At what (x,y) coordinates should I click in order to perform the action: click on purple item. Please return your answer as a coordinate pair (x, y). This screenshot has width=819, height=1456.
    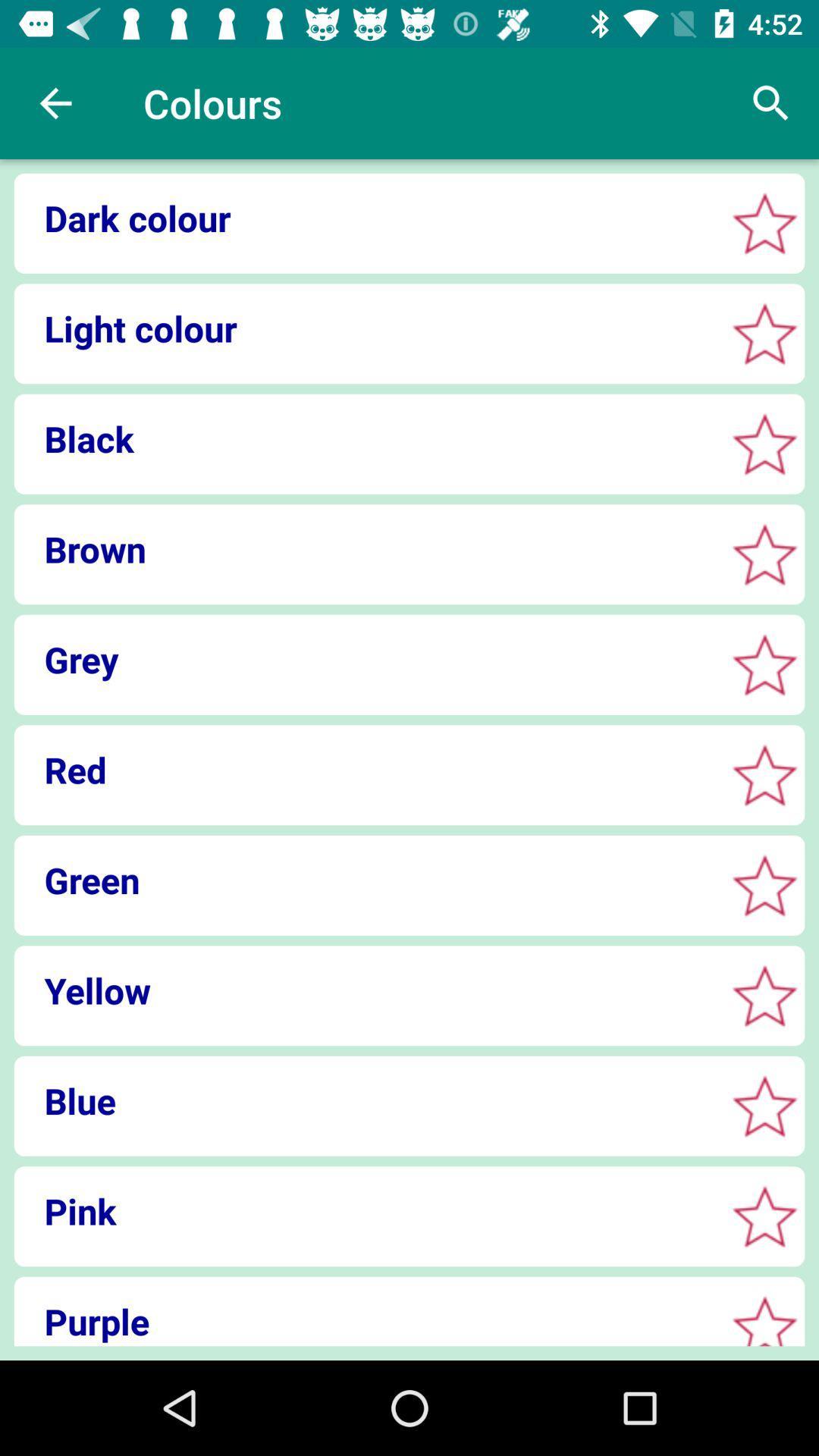
    Looking at the image, I should click on (365, 1320).